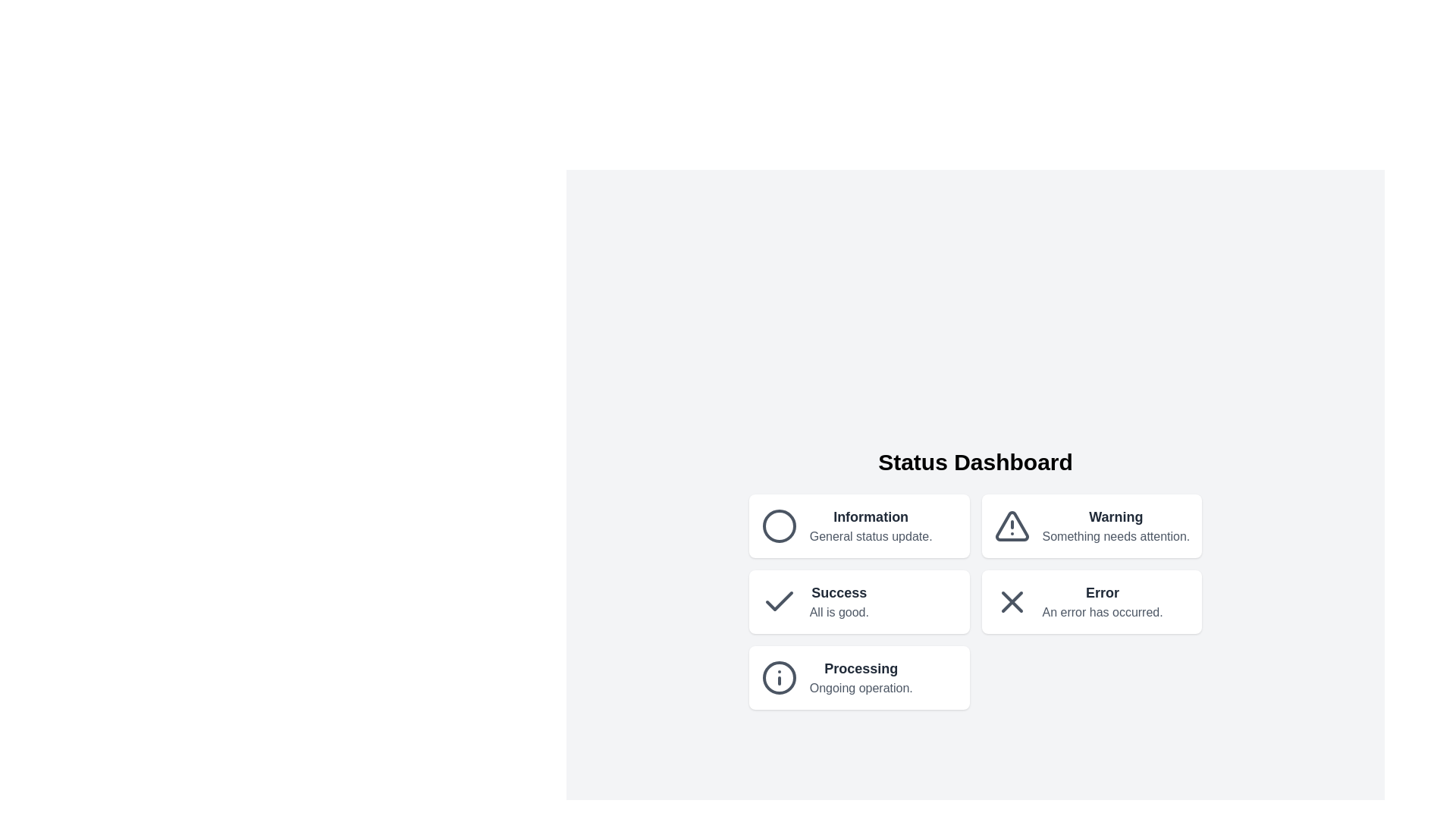  What do you see at coordinates (779, 677) in the screenshot?
I see `the 'Processing' status icon located in the bottom-left section of the dashboard, which visually represents that an operation is ongoing` at bounding box center [779, 677].